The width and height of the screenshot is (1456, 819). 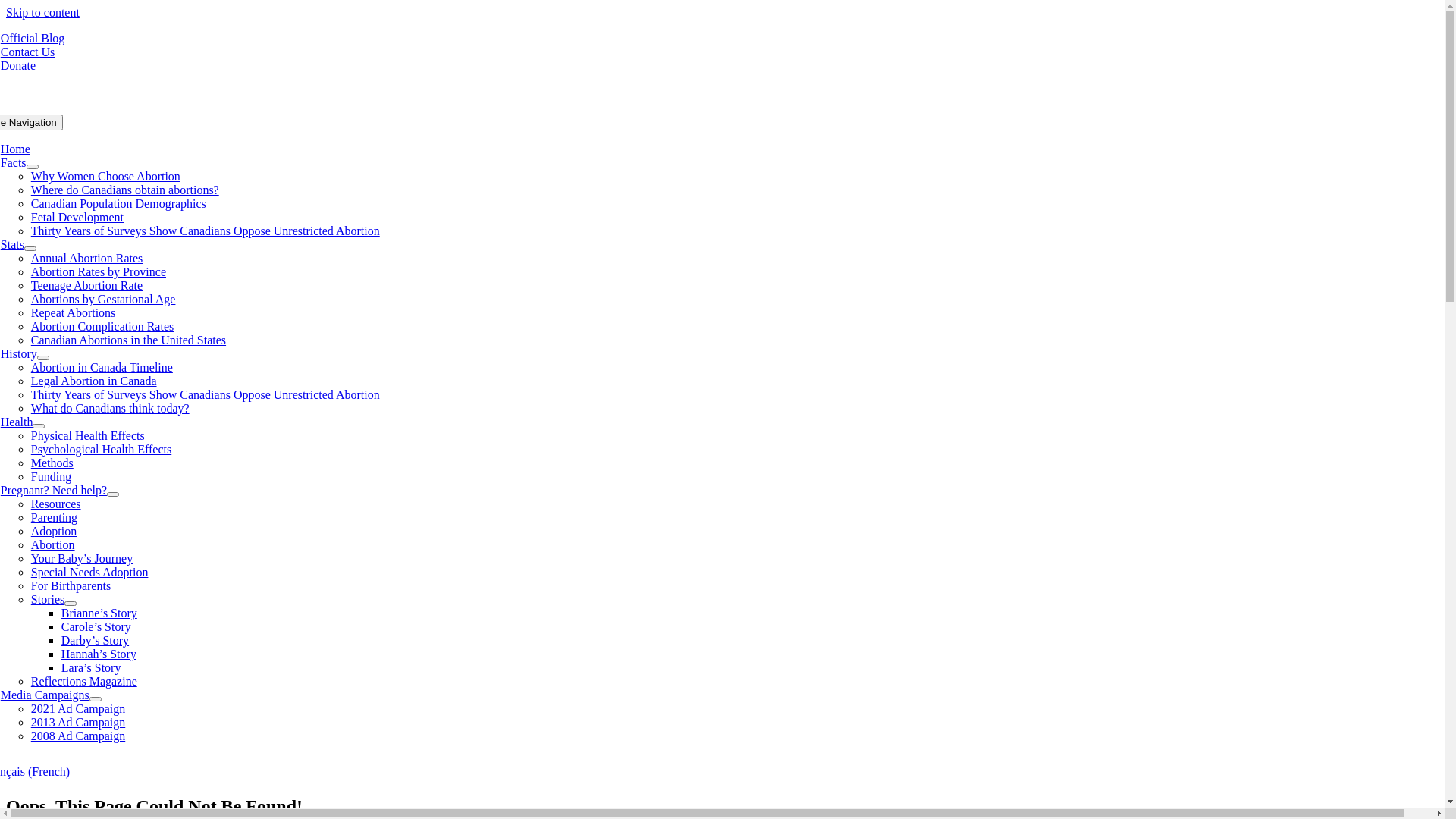 I want to click on 'Abortion Complication Rates', so click(x=101, y=325).